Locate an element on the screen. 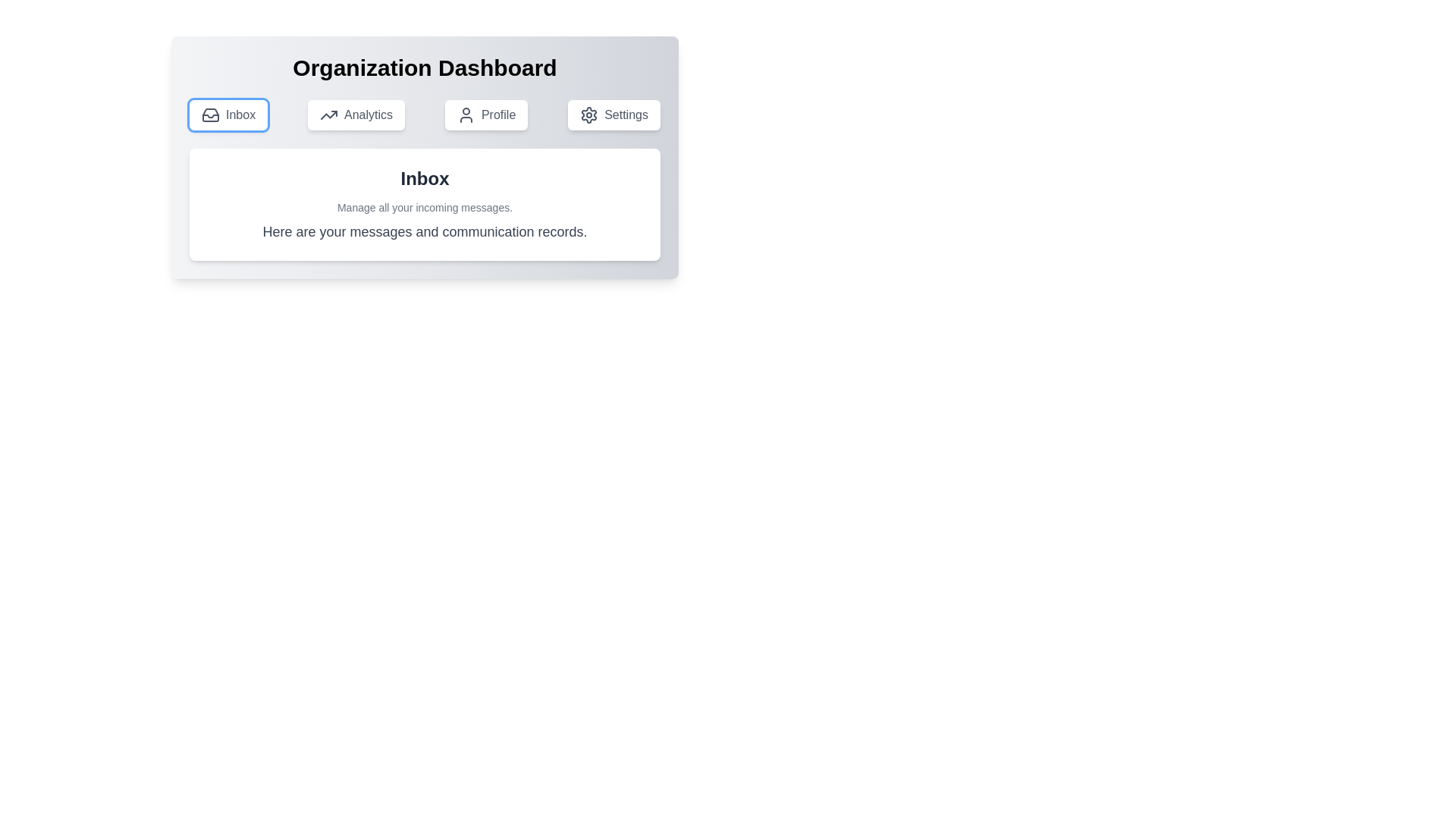 The width and height of the screenshot is (1456, 819). the static text element that contains the content 'Manage all your incoming messages.' which is styled in gray color and positioned below the 'Inbox' heading is located at coordinates (425, 207).